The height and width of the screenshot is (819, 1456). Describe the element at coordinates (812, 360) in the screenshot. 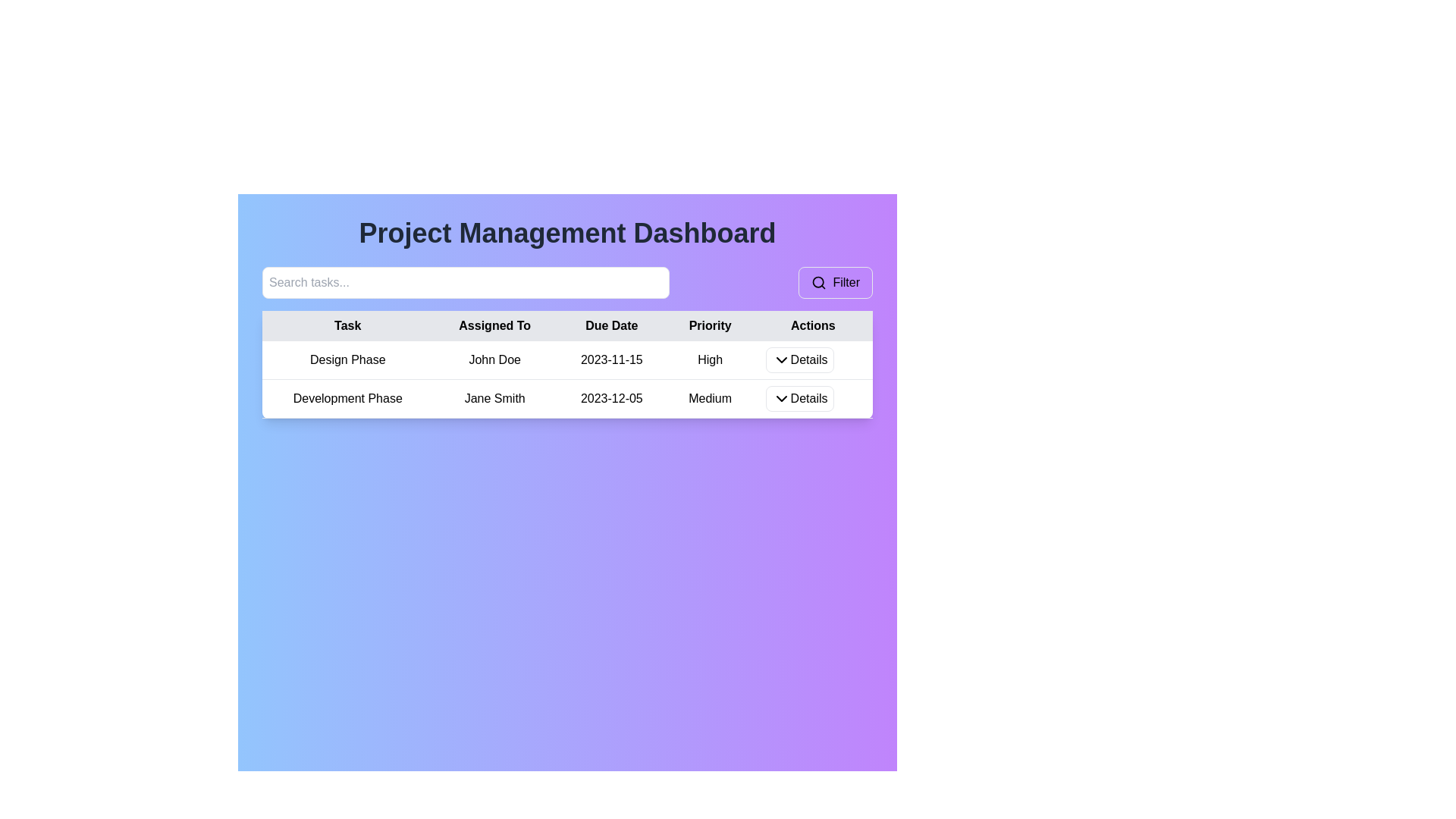

I see `the Dropdown button in the 'Actions' column of the first row in the 'Project Management Dashboard'` at that location.